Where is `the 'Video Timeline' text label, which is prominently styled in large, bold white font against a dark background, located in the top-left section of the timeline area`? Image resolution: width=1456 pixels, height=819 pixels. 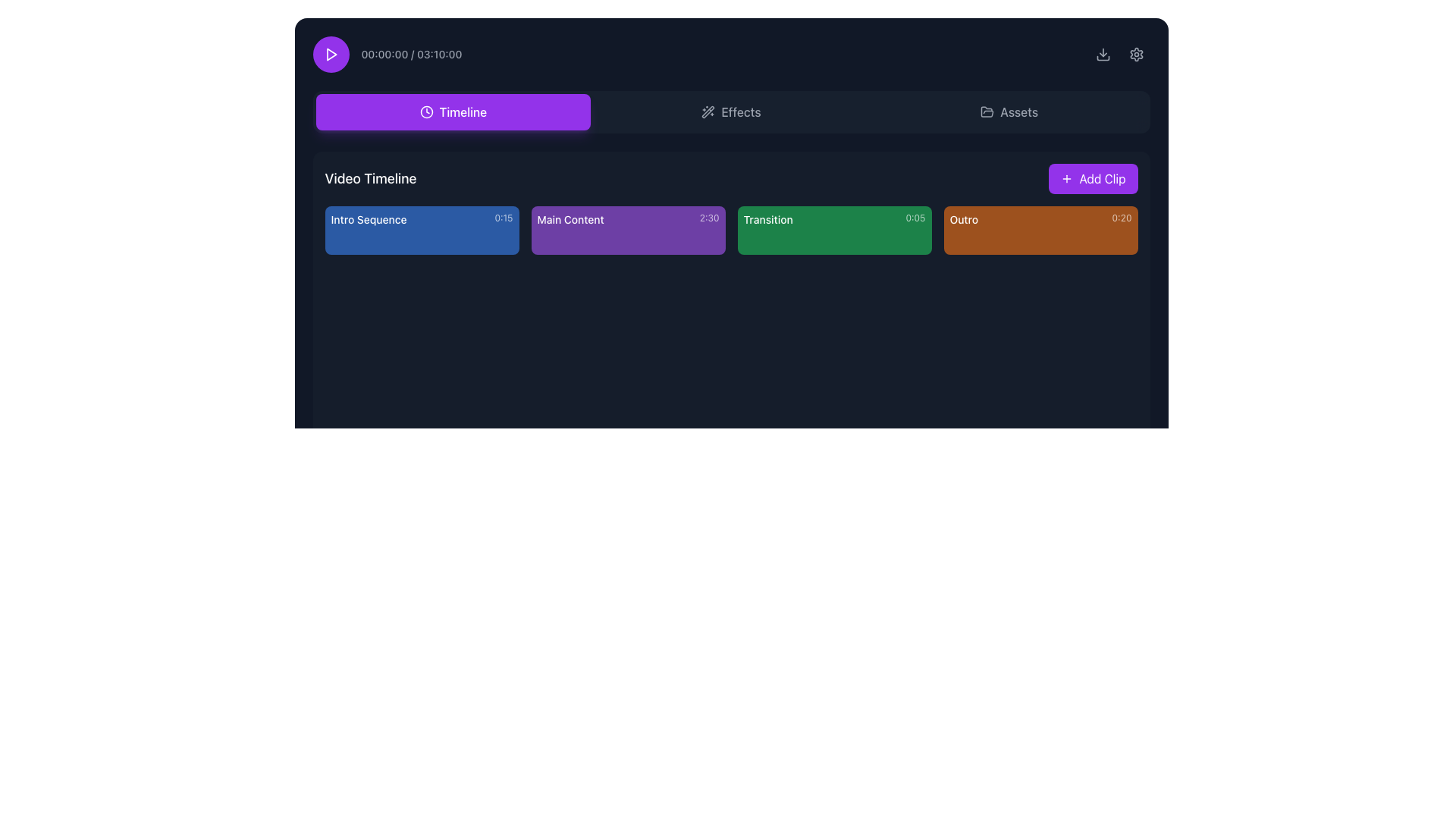
the 'Video Timeline' text label, which is prominently styled in large, bold white font against a dark background, located in the top-left section of the timeline area is located at coordinates (371, 177).